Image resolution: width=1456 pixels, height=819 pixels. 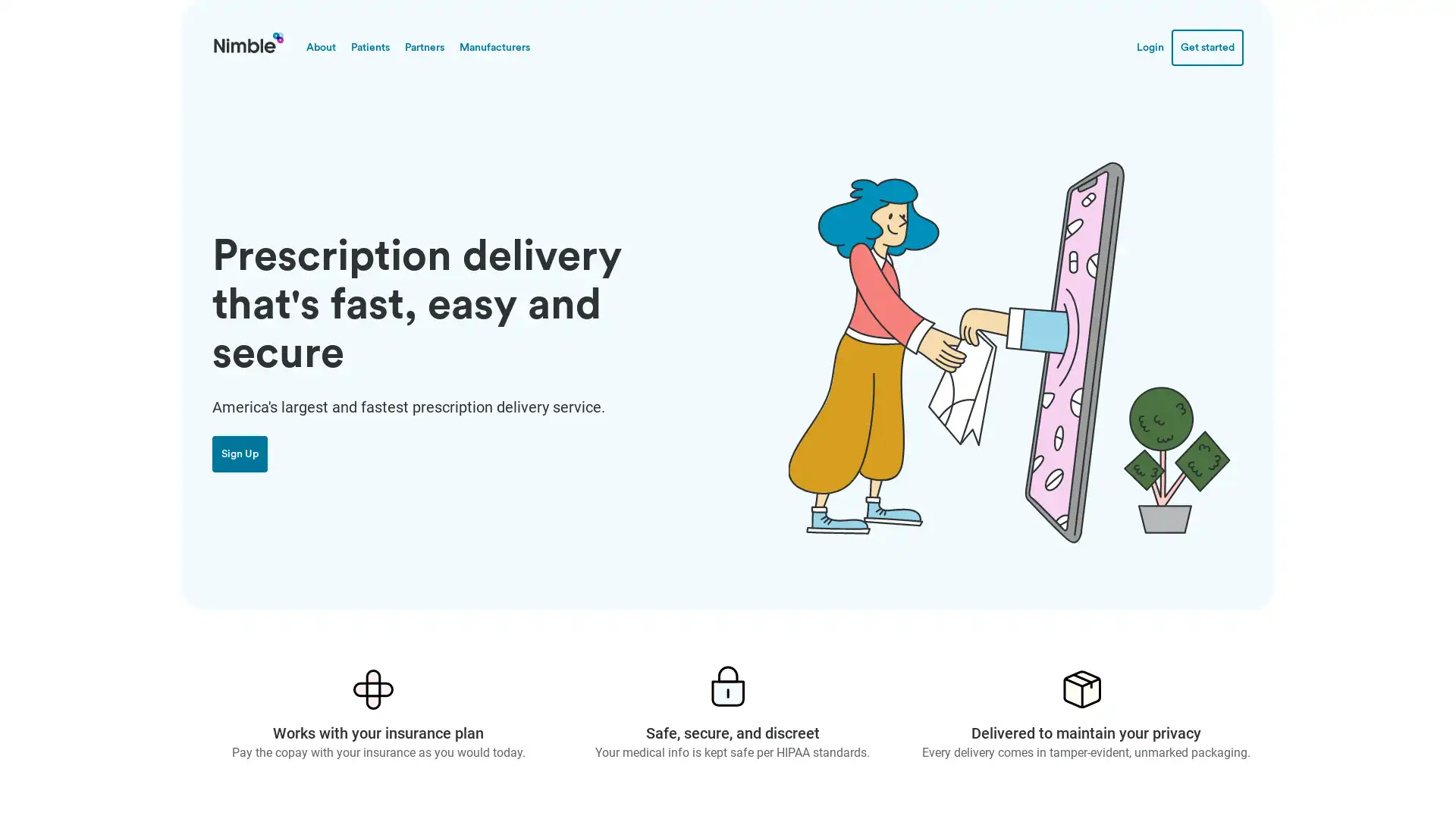 I want to click on Patients, so click(x=370, y=45).